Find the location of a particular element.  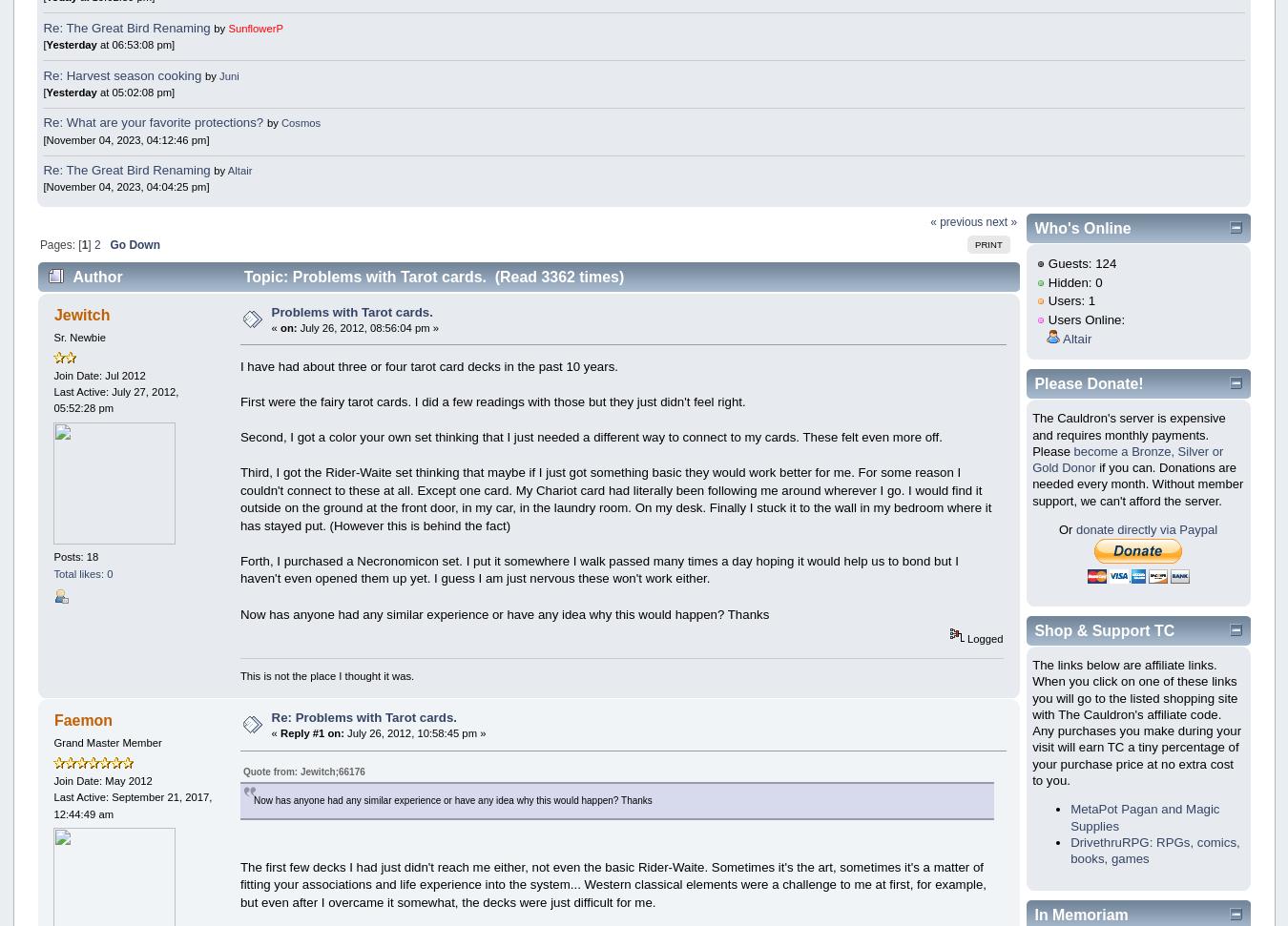

'Who's Online' is located at coordinates (1081, 227).